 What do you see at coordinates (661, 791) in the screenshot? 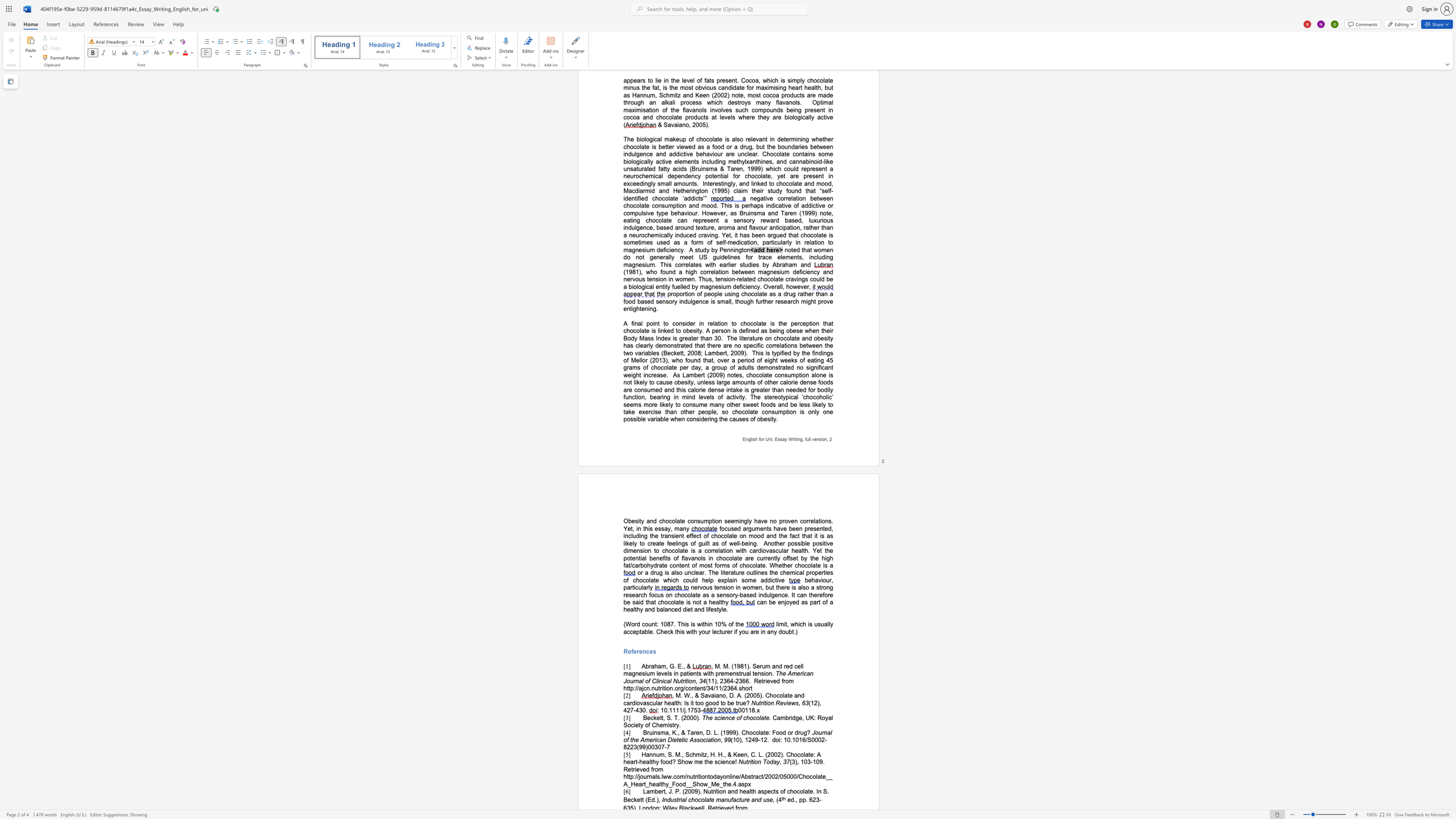
I see `the subset text "rt, J. P. (2009)." within the text "Lambert, J. P. (2009). Nutrition and health aspects of chocolate. In S. Beckett (Ed.),"` at bounding box center [661, 791].